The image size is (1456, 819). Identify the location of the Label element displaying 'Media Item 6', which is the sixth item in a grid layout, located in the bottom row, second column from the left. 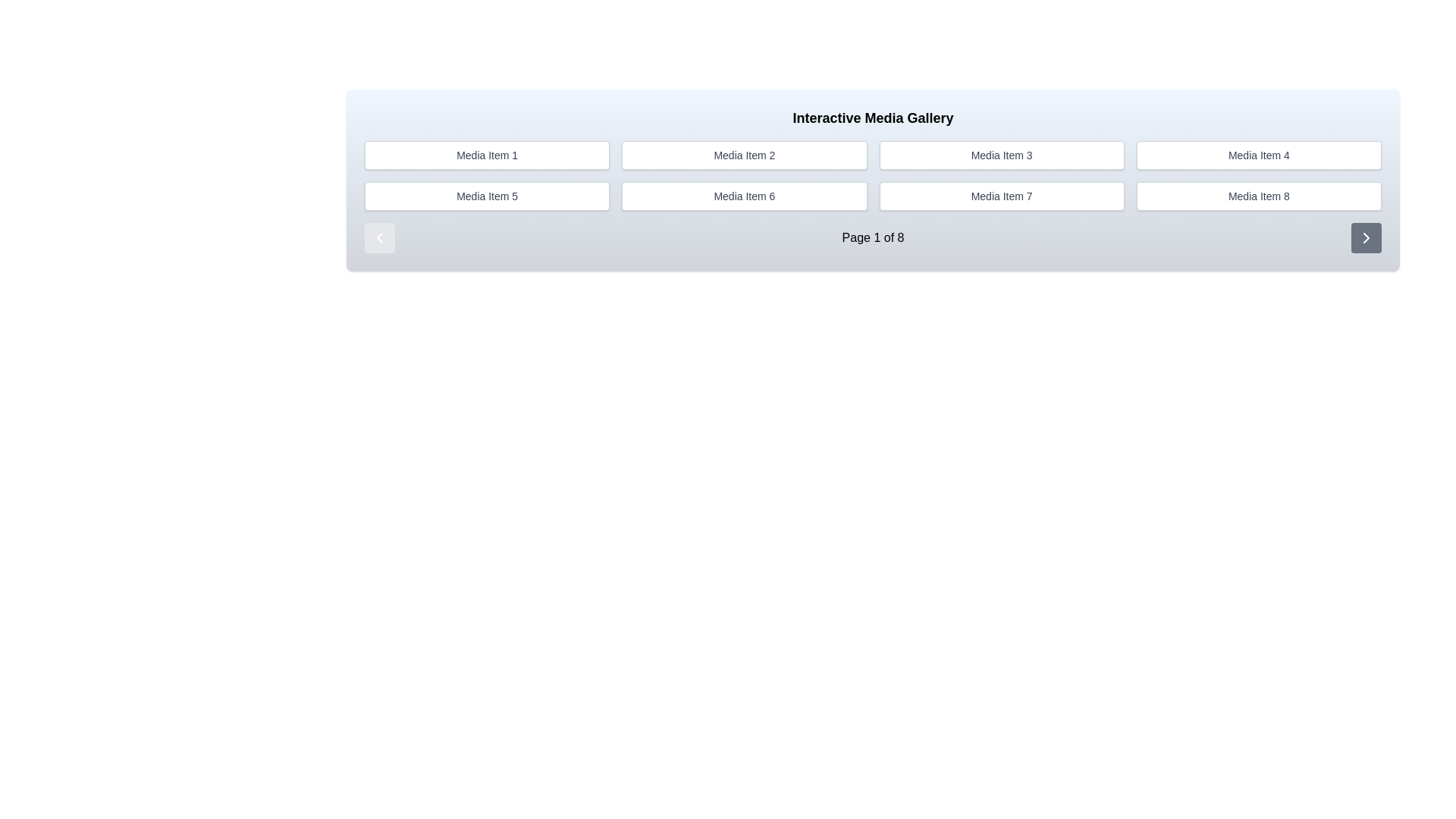
(744, 195).